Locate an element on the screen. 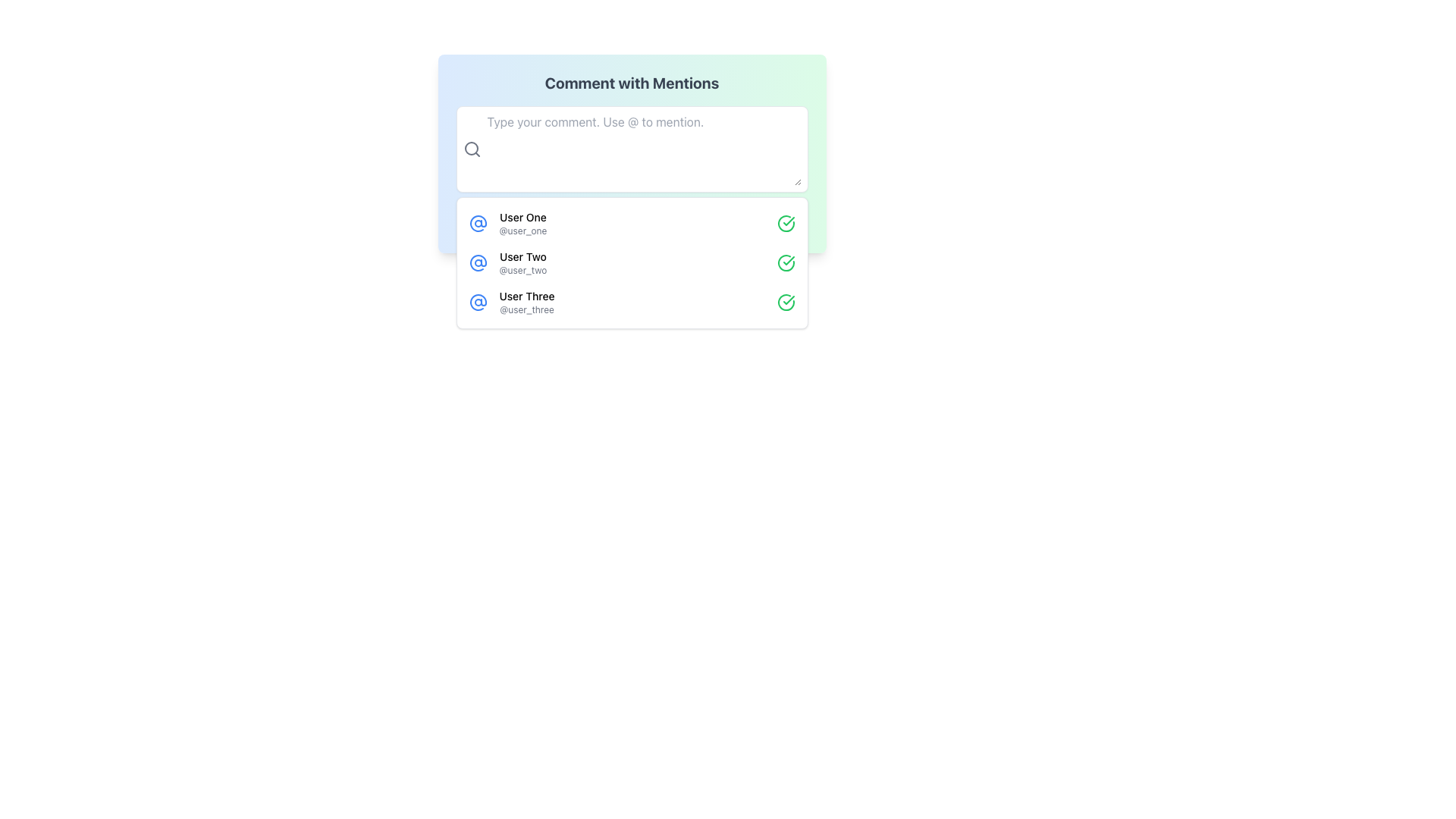 Image resolution: width=1456 pixels, height=819 pixels. to select the user mention suggestion displaying 'User Three' with the handle '@user_three', the third entry in the list of user mentions is located at coordinates (527, 302).